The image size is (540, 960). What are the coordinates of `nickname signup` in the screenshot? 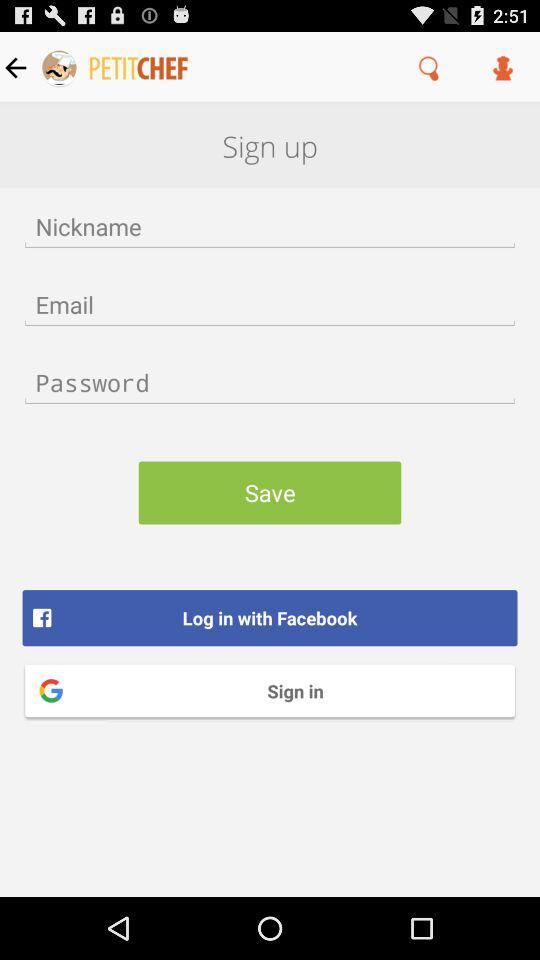 It's located at (270, 226).